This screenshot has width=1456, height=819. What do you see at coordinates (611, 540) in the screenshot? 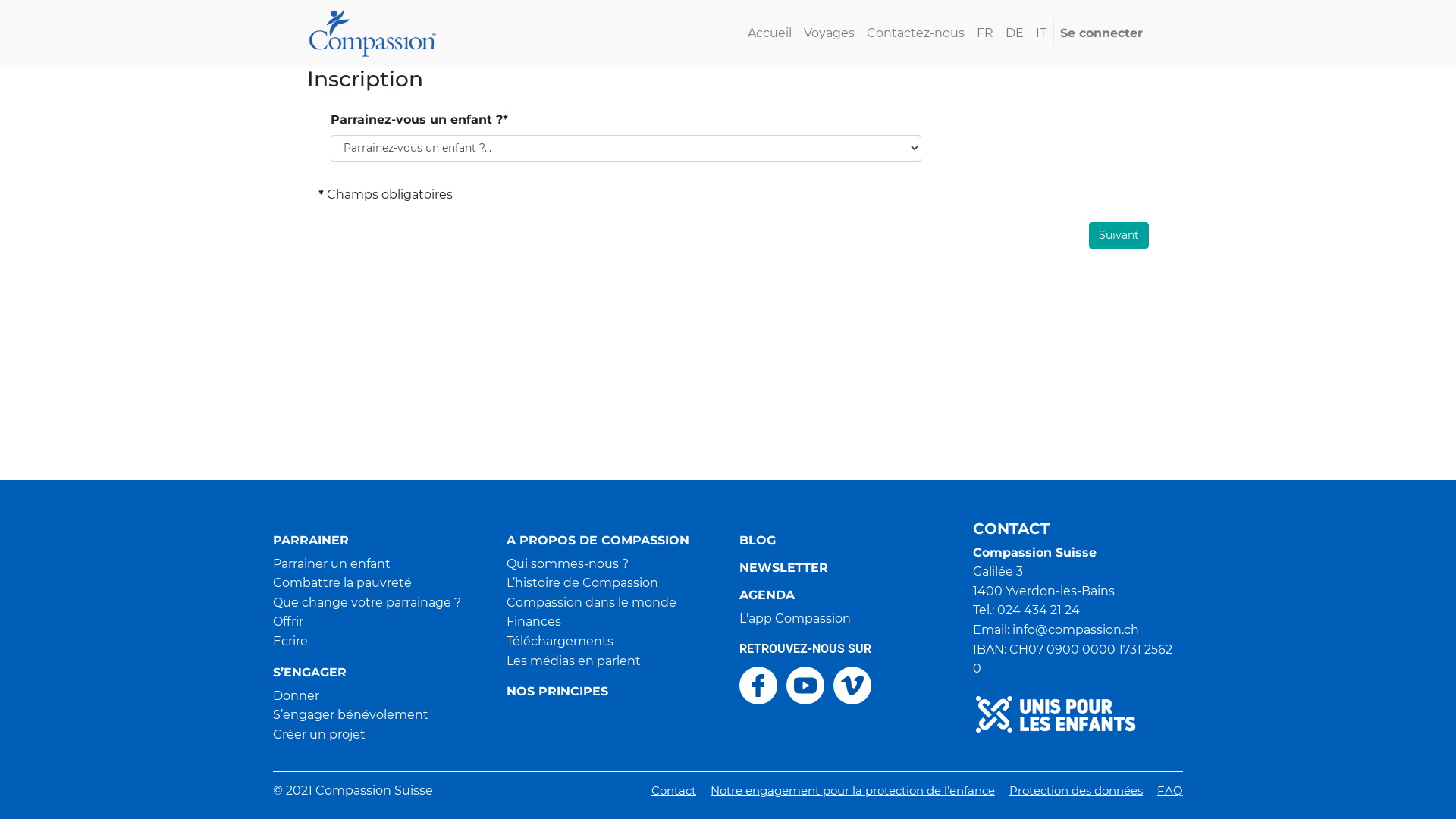
I see `'A PROPOS DE COMPASSION'` at bounding box center [611, 540].